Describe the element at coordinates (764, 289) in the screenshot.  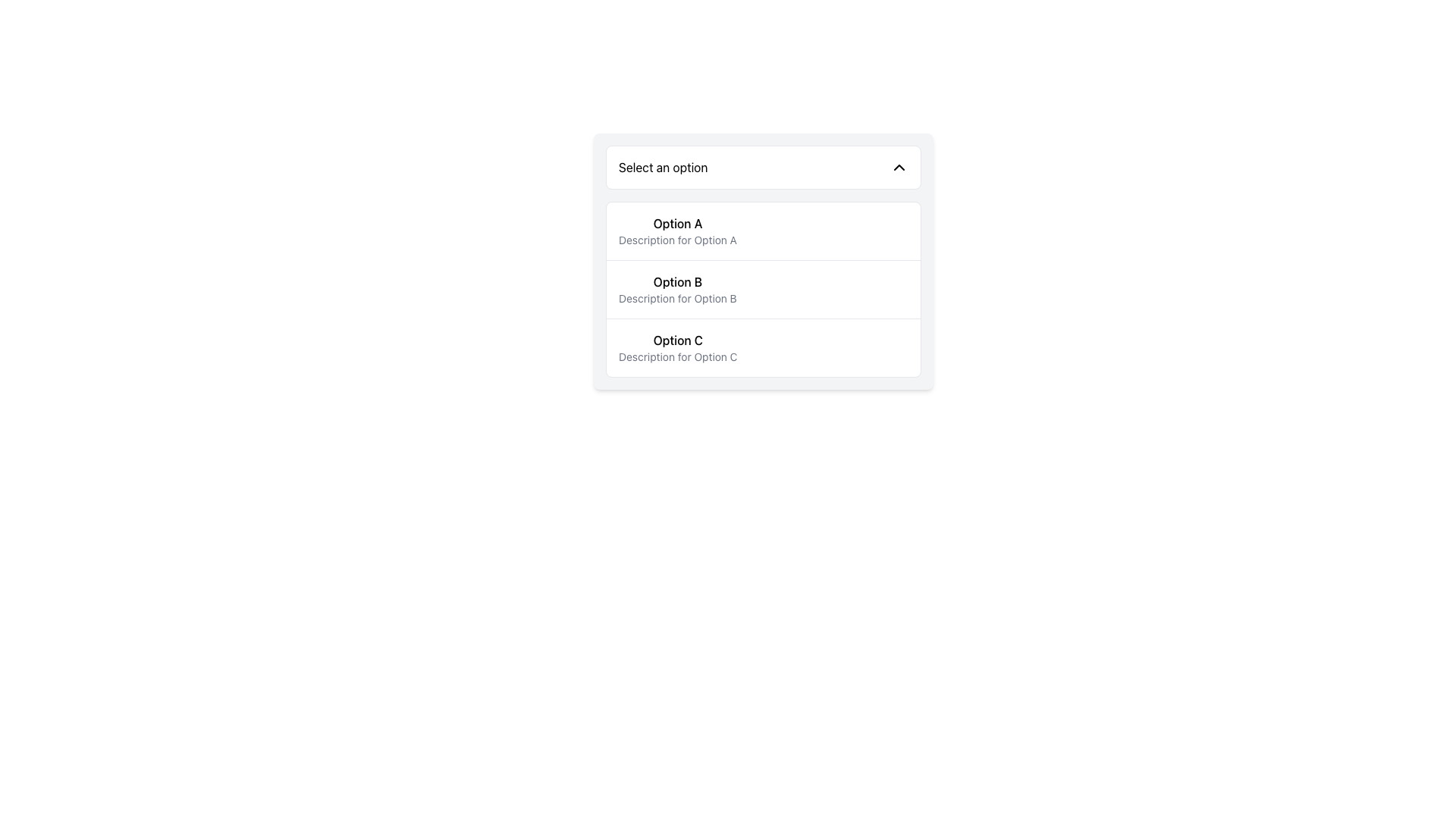
I see `the second selectable option in the dropdown list` at that location.